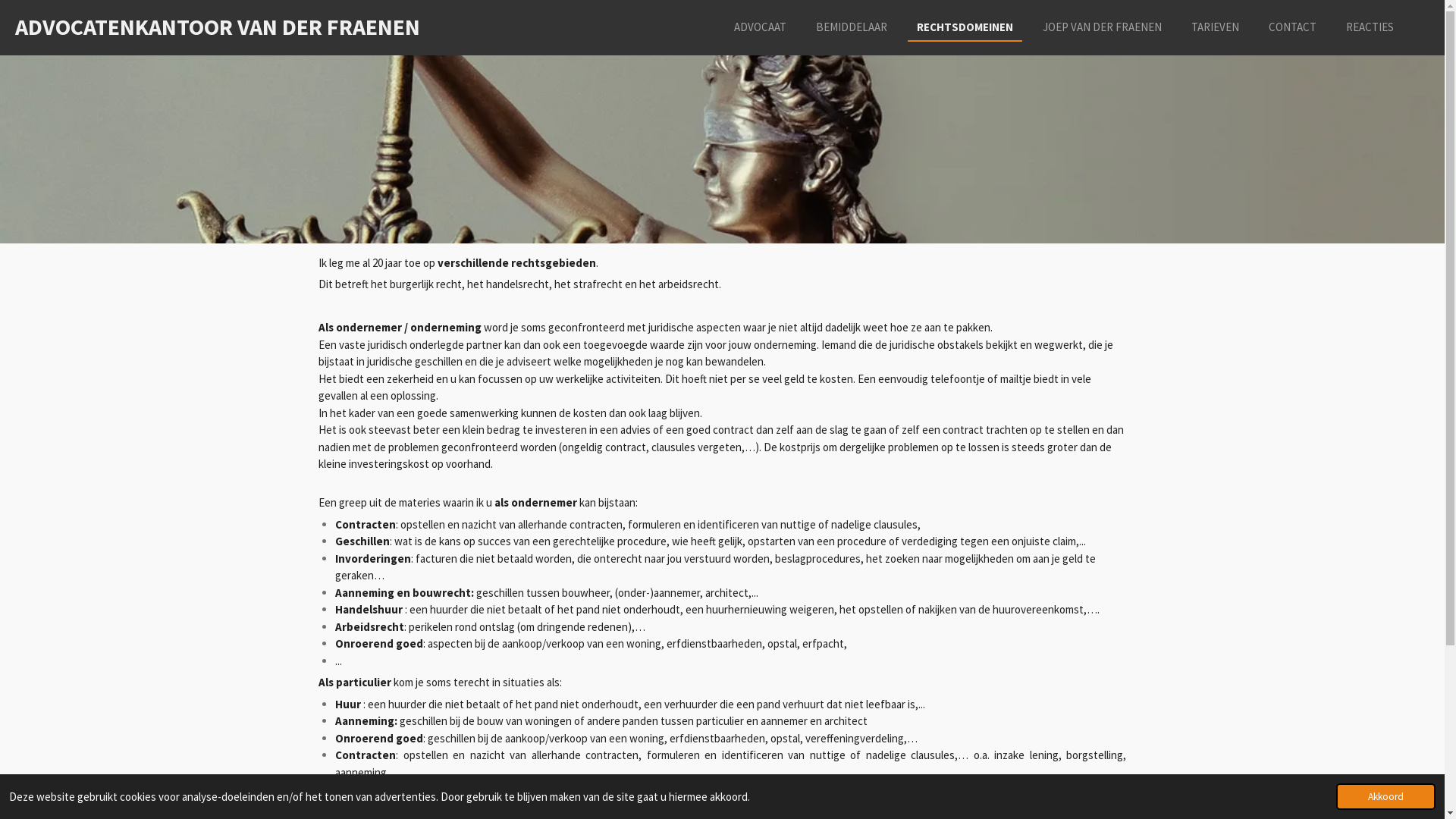 The image size is (1456, 819). What do you see at coordinates (1291, 27) in the screenshot?
I see `'CONTACT'` at bounding box center [1291, 27].